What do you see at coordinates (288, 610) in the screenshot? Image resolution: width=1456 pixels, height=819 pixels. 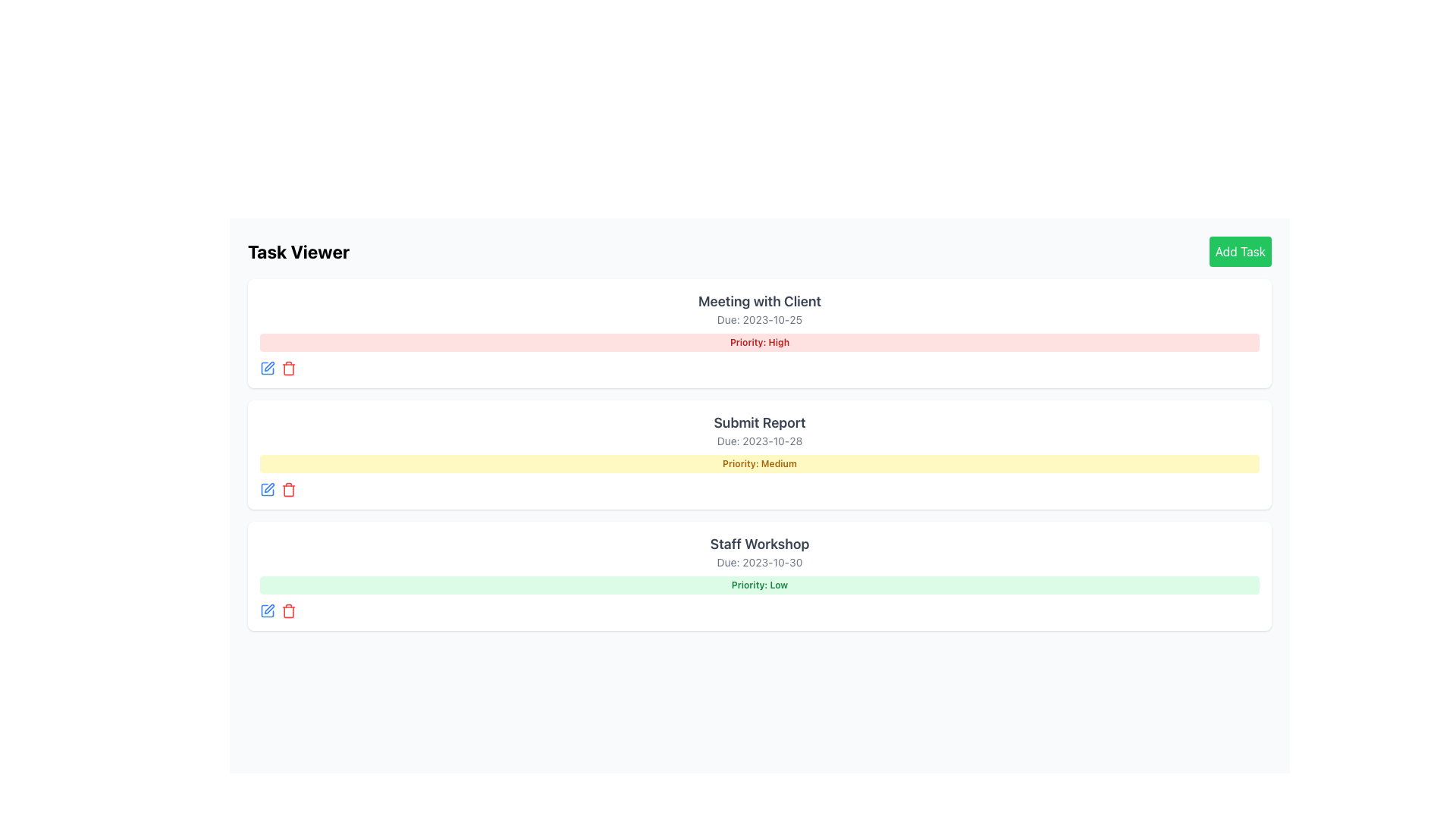 I see `the curved rectangular delete icon of the trash can` at bounding box center [288, 610].